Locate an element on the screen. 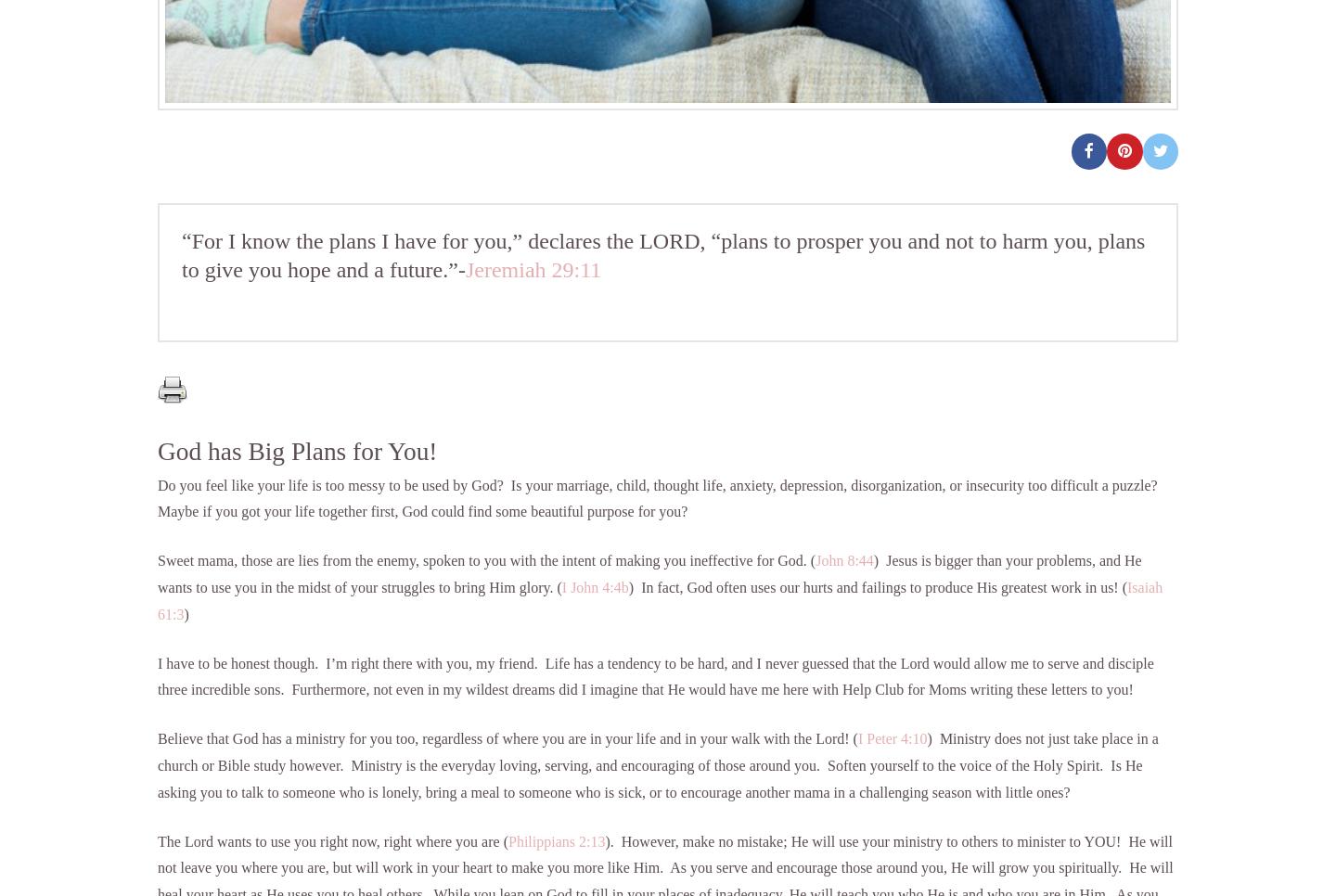 The image size is (1336, 896). '“For I know the plans I have for you,” declares the LORD, “plans to prosper you and not to harm you, plans to give you hope and a future.”-' is located at coordinates (662, 254).